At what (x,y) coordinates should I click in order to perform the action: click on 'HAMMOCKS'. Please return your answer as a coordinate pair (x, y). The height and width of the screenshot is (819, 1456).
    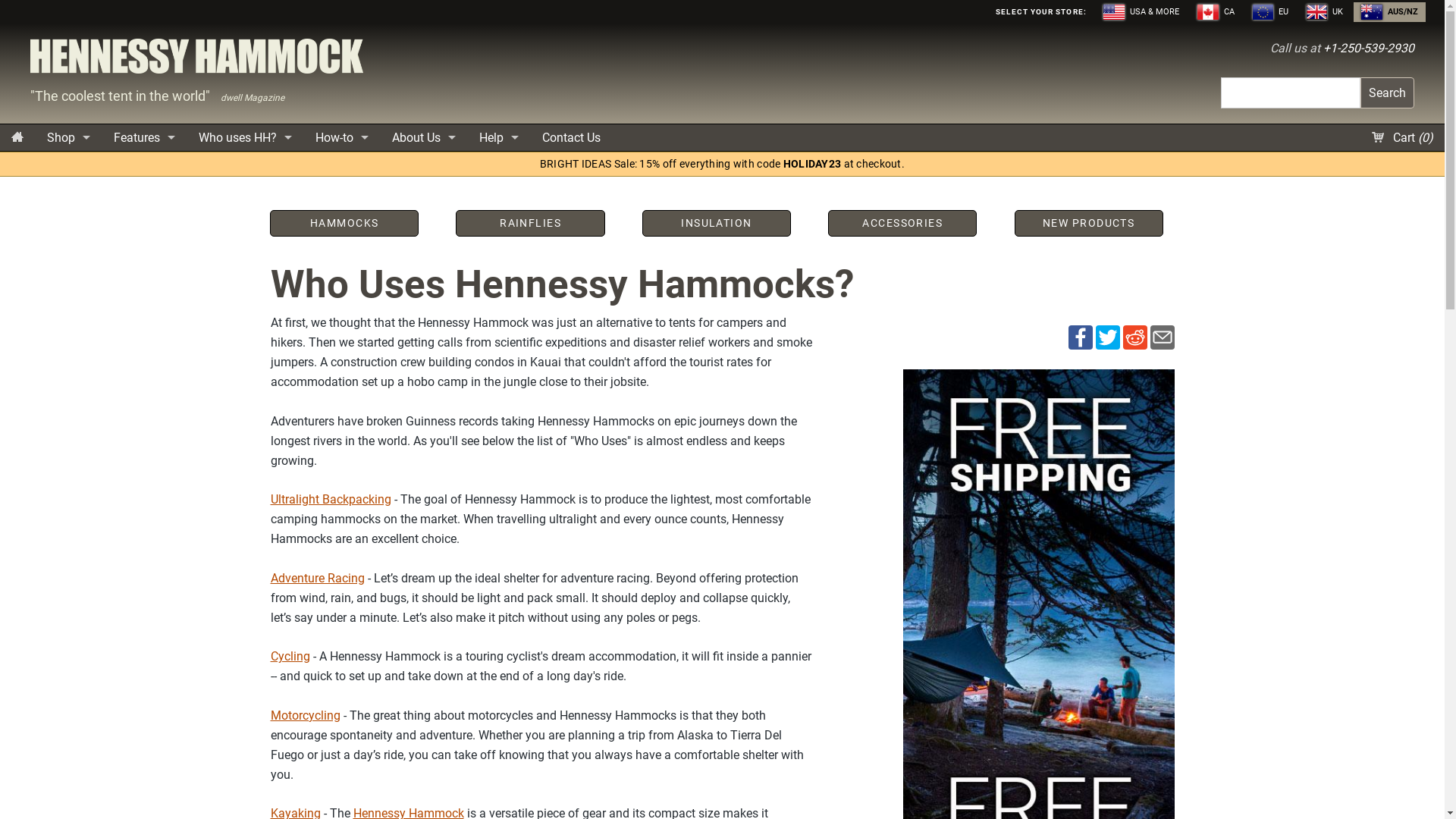
    Looking at the image, I should click on (344, 223).